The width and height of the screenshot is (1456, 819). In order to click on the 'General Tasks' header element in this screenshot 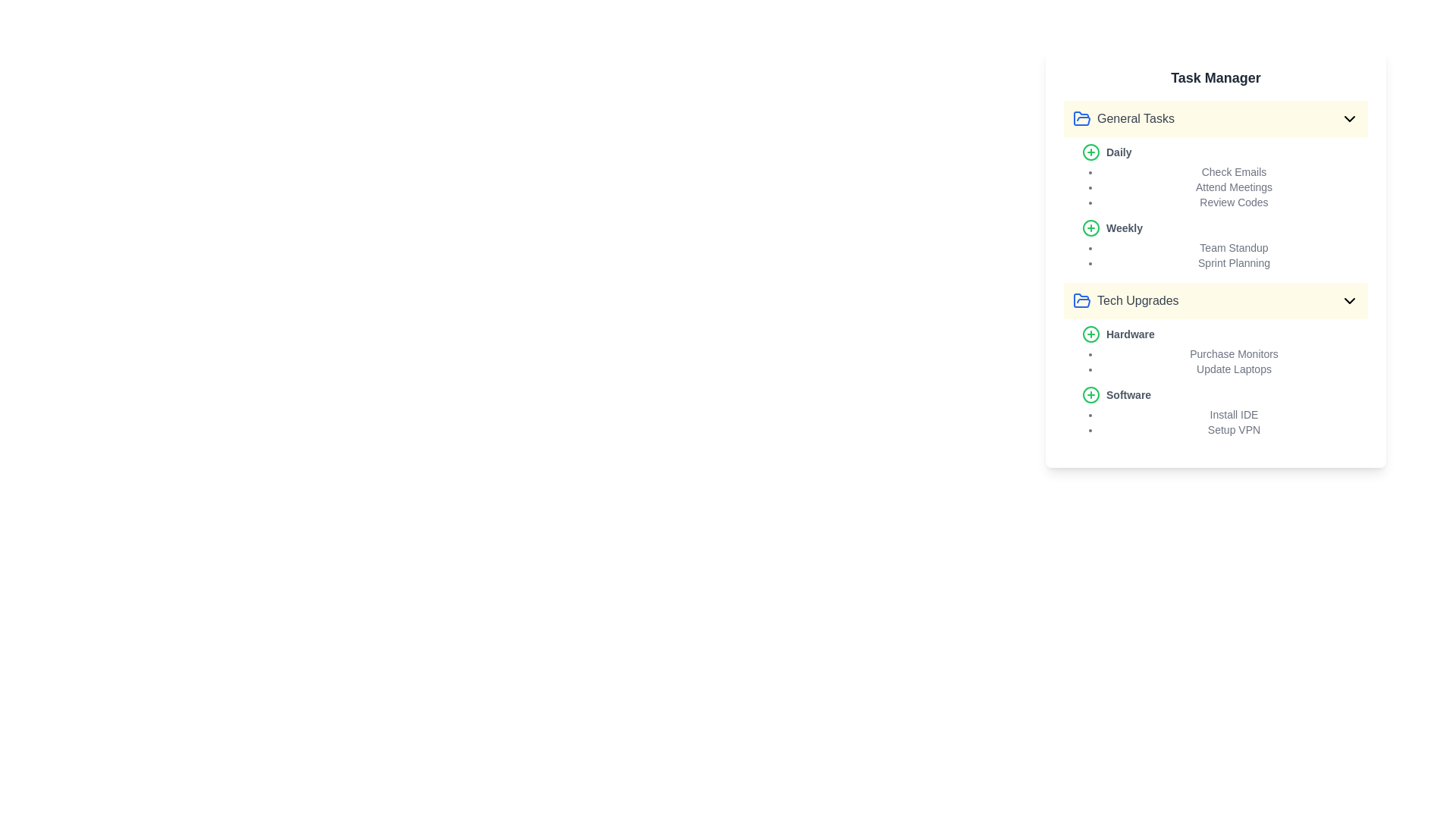, I will do `click(1124, 118)`.